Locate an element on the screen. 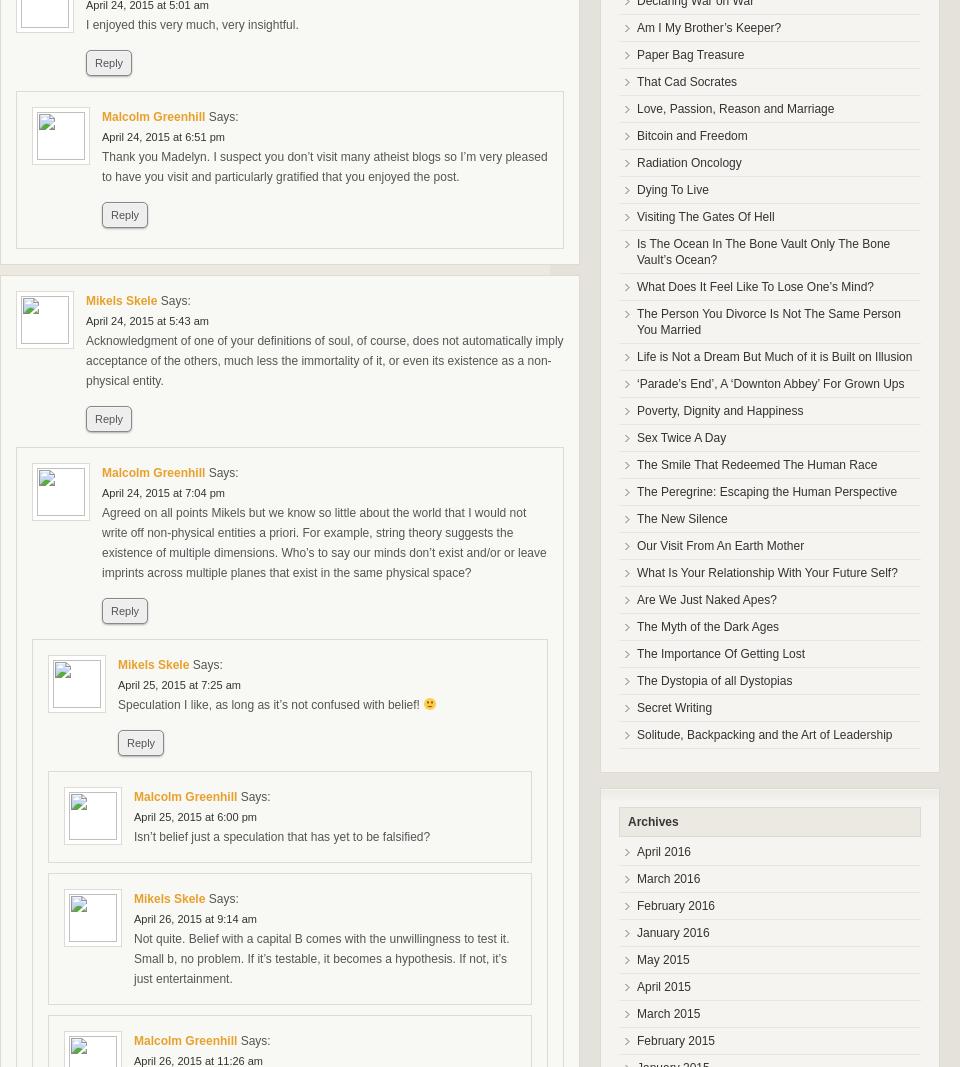 The image size is (960, 1067). 'Am I My Brother’s Keeper?' is located at coordinates (635, 26).